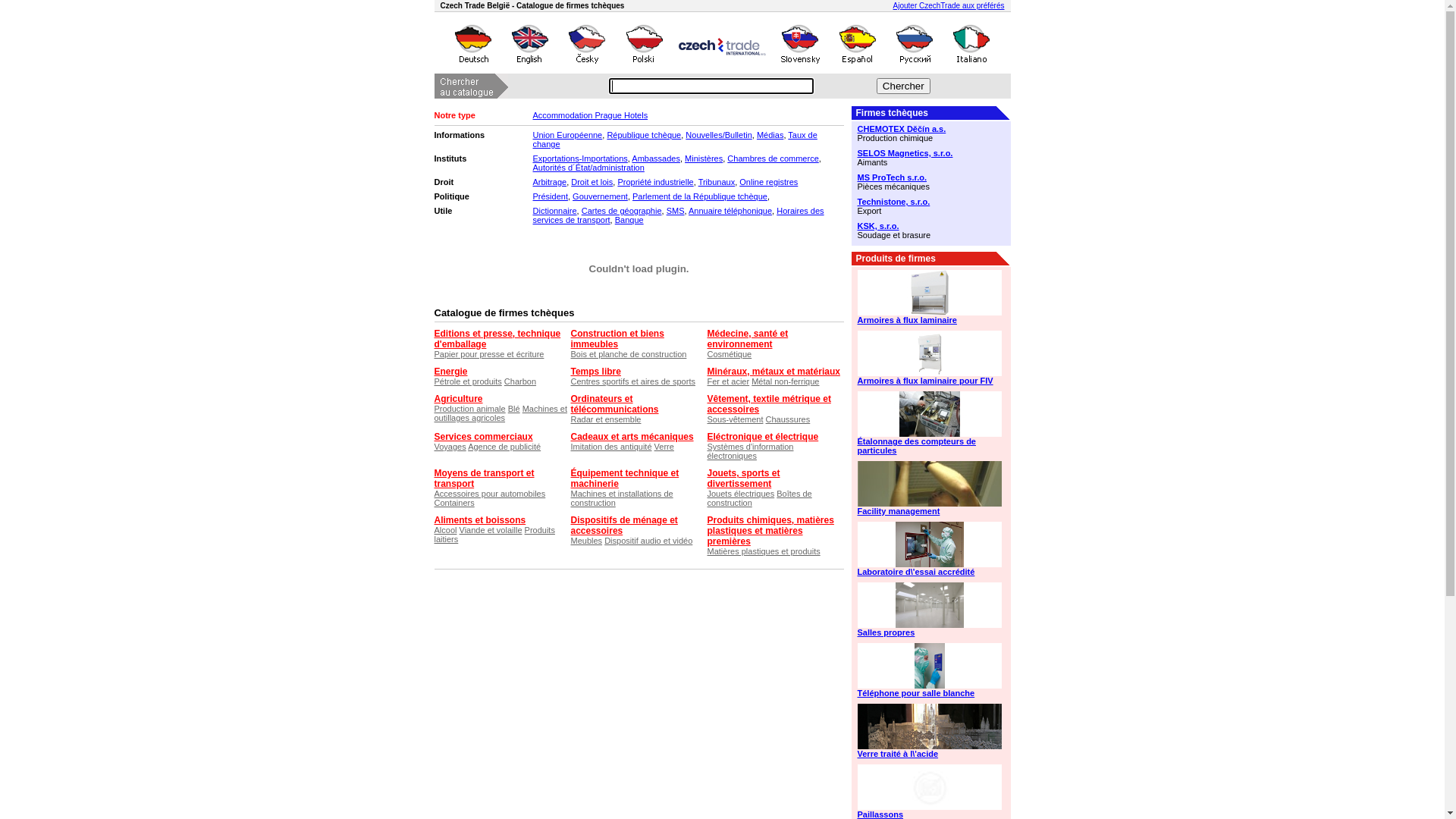  What do you see at coordinates (450, 371) in the screenshot?
I see `'Energie'` at bounding box center [450, 371].